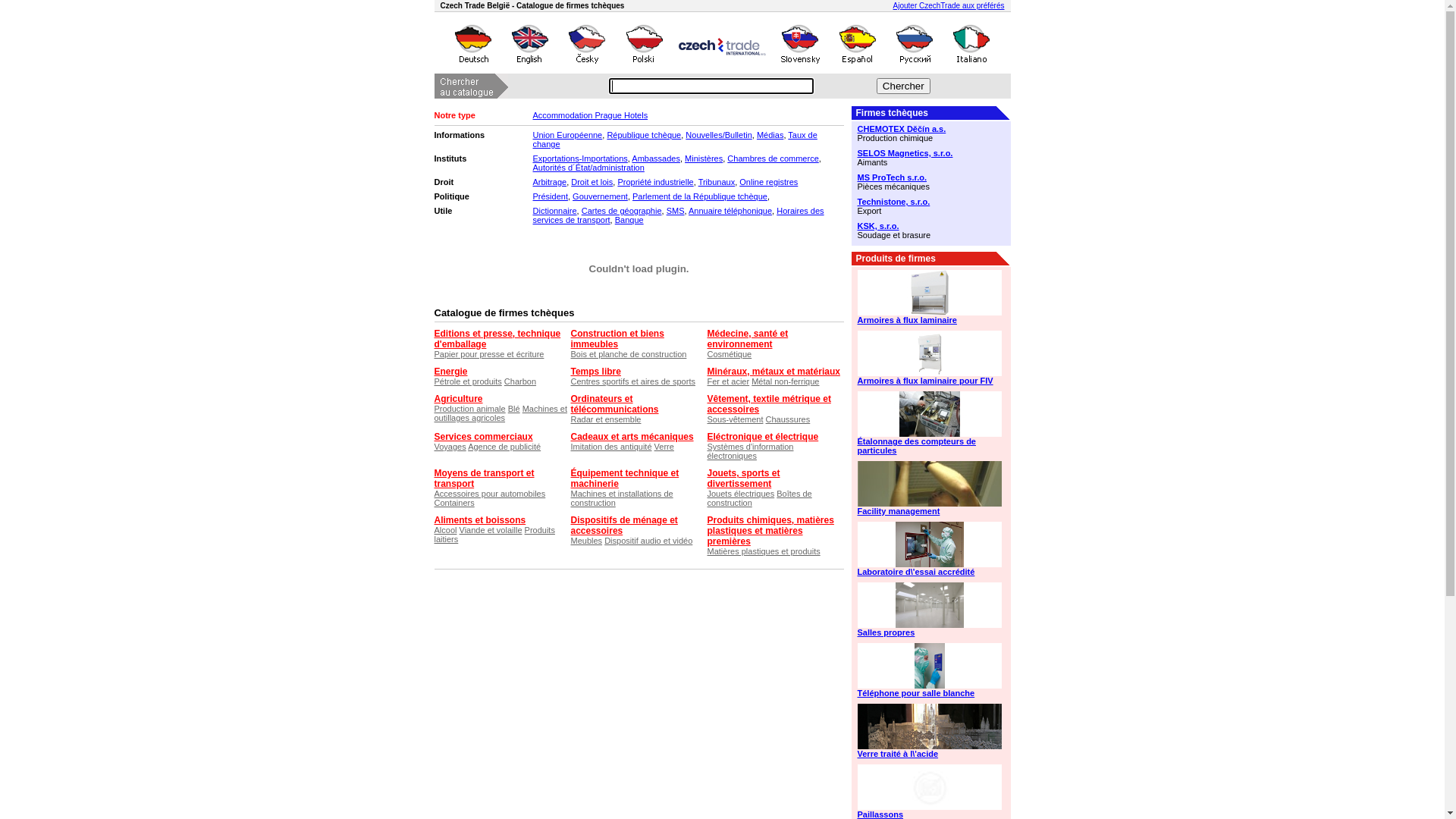  What do you see at coordinates (450, 371) in the screenshot?
I see `'Energie'` at bounding box center [450, 371].